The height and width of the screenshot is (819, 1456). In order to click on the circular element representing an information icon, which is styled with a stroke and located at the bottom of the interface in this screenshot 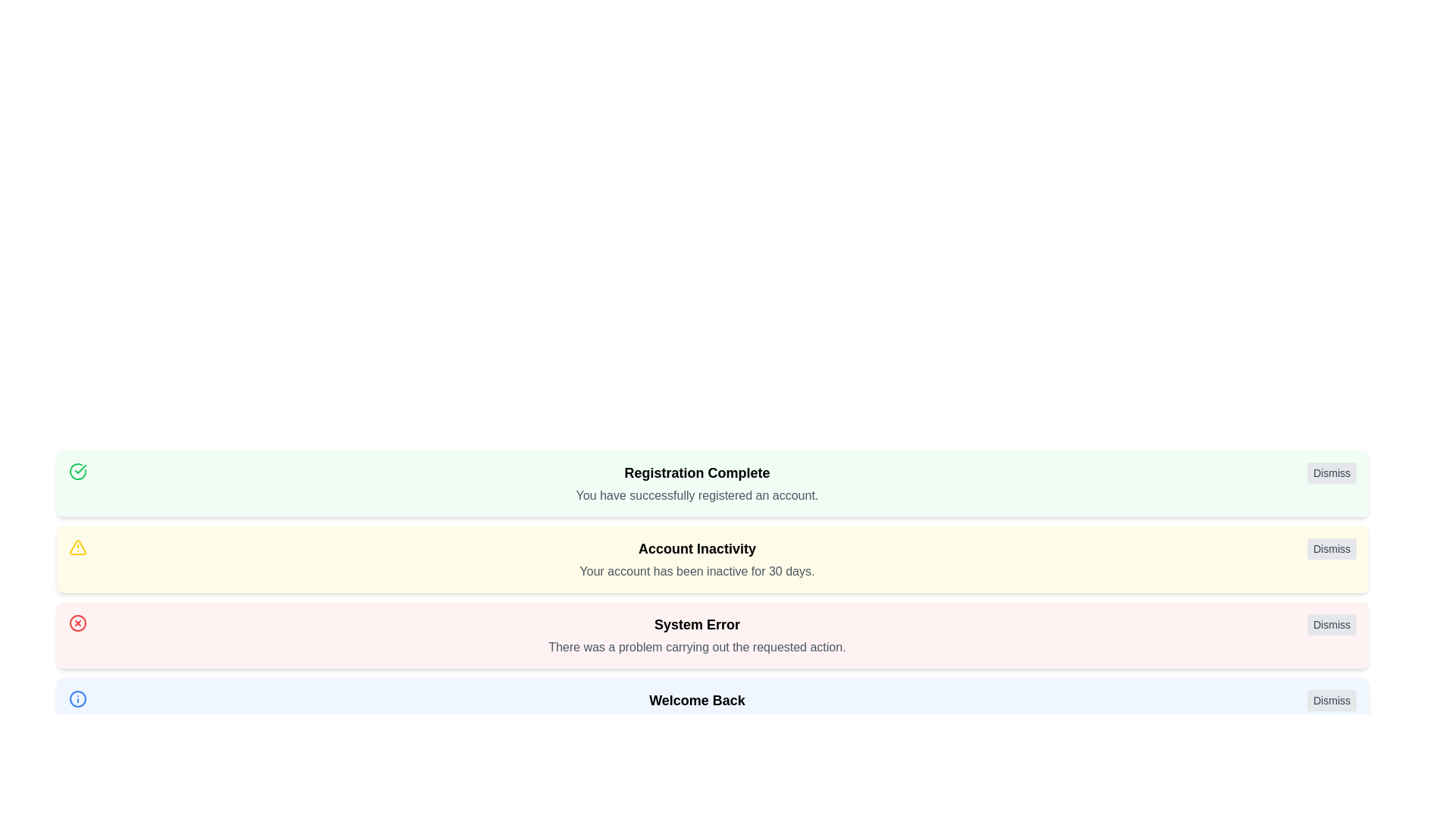, I will do `click(77, 698)`.